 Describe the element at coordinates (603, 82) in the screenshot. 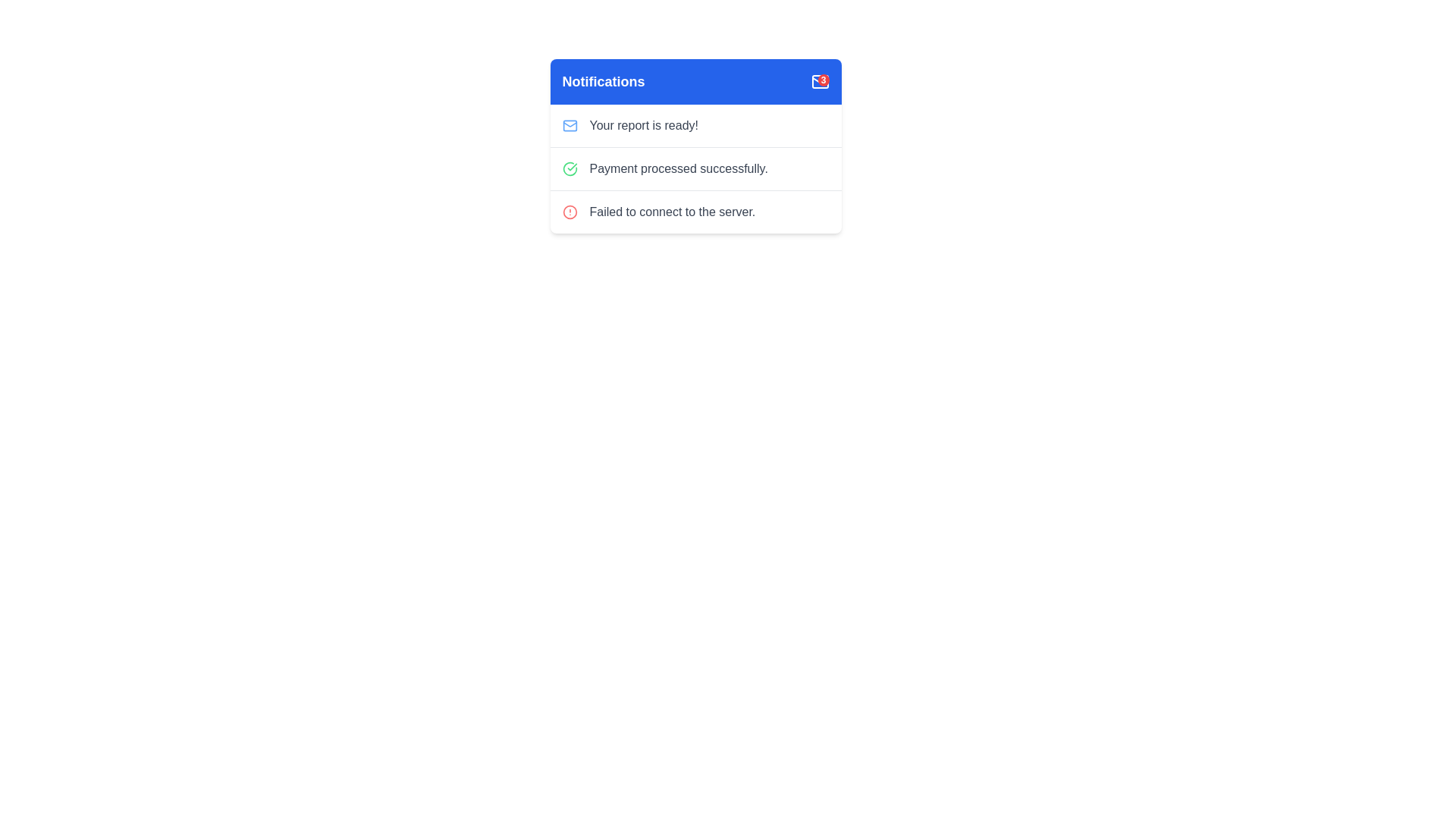

I see `the text label indicating the notifications section, located in the upper-left part of the header section with a blue background` at that location.